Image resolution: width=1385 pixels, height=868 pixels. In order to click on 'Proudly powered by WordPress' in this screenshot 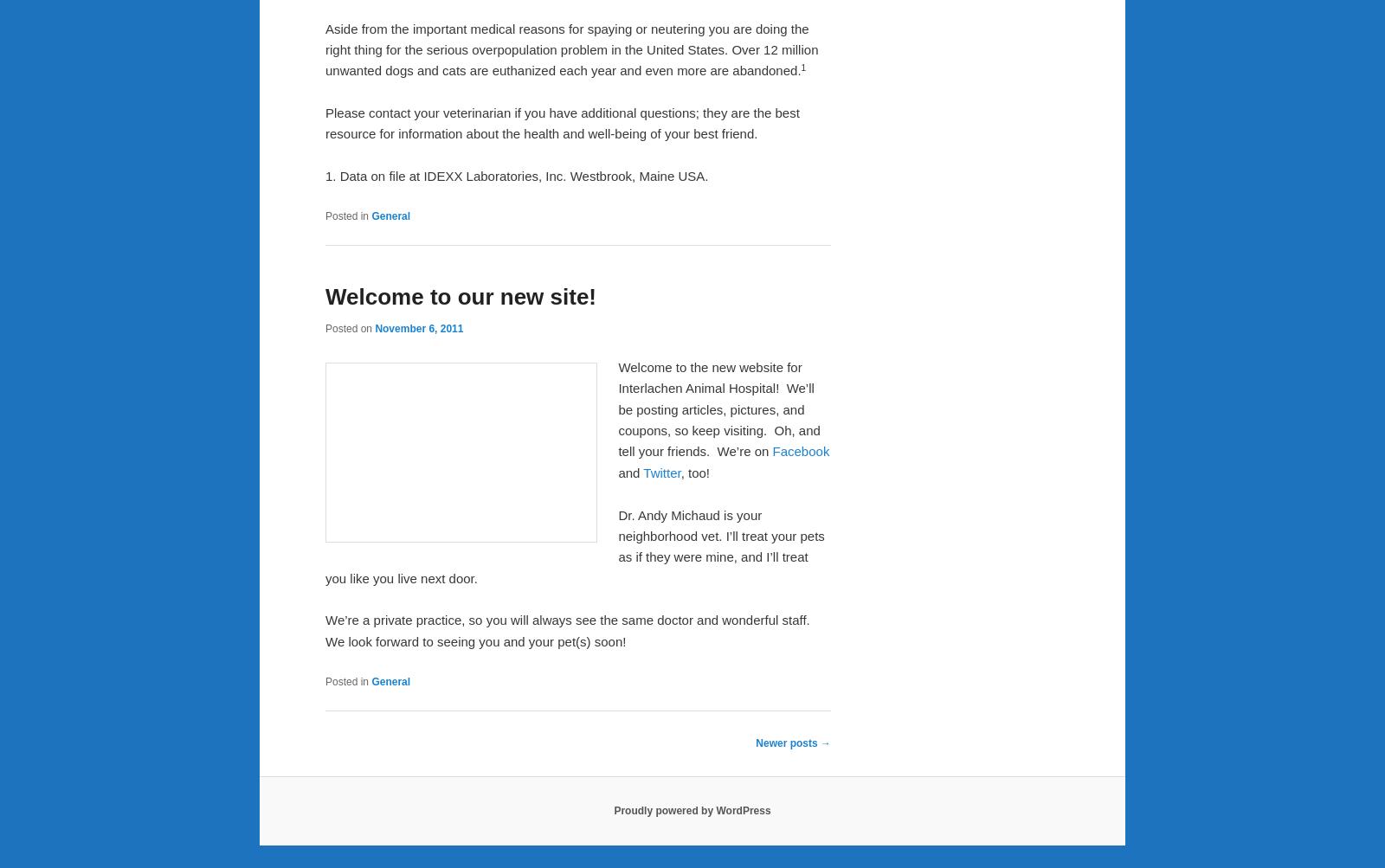, I will do `click(692, 810)`.